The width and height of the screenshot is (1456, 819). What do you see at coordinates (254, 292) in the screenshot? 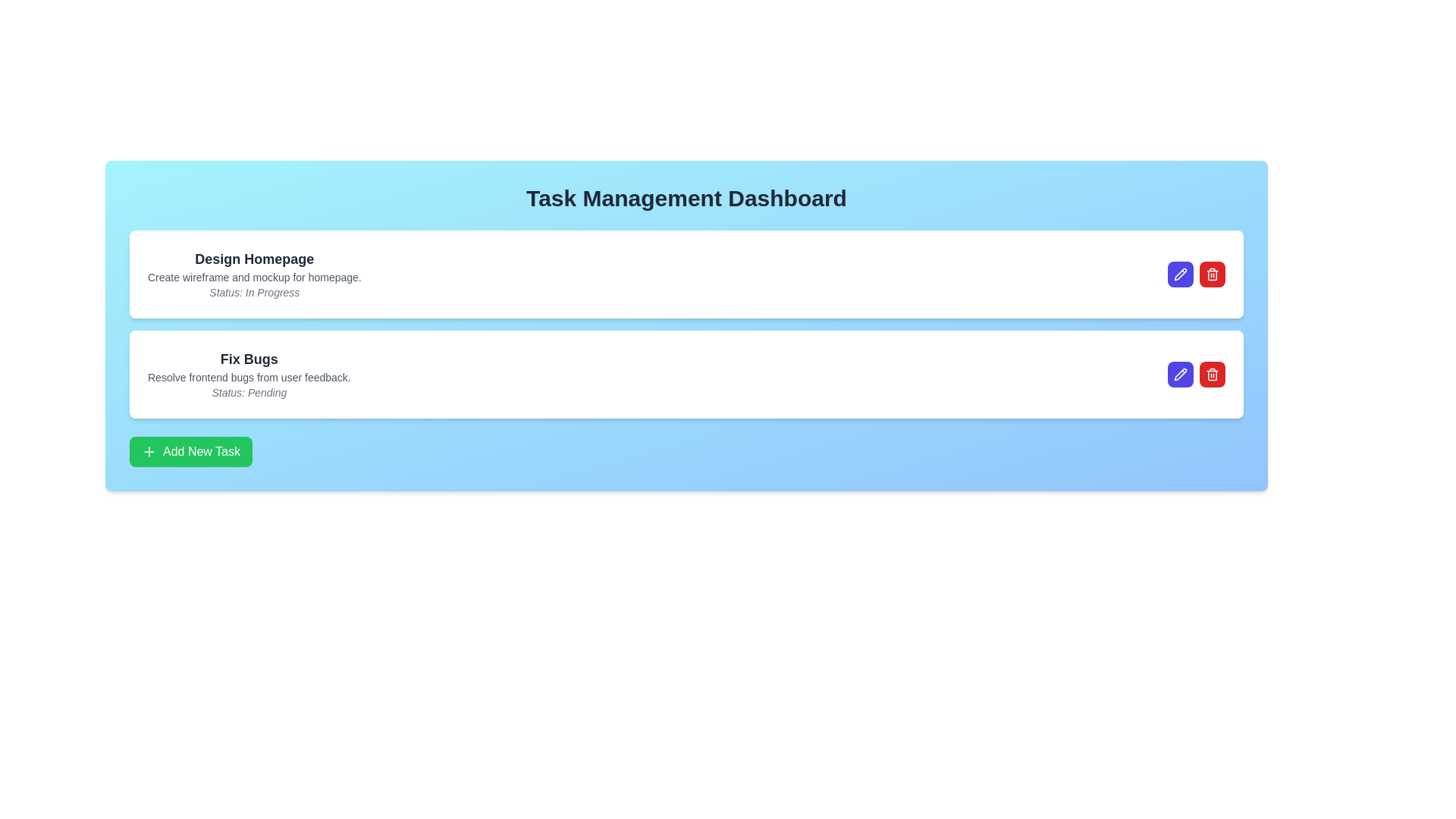
I see `status information from the text label styled in italic font, displaying 'Status: In Progress', located below the task description in the upper segment of the layout` at bounding box center [254, 292].